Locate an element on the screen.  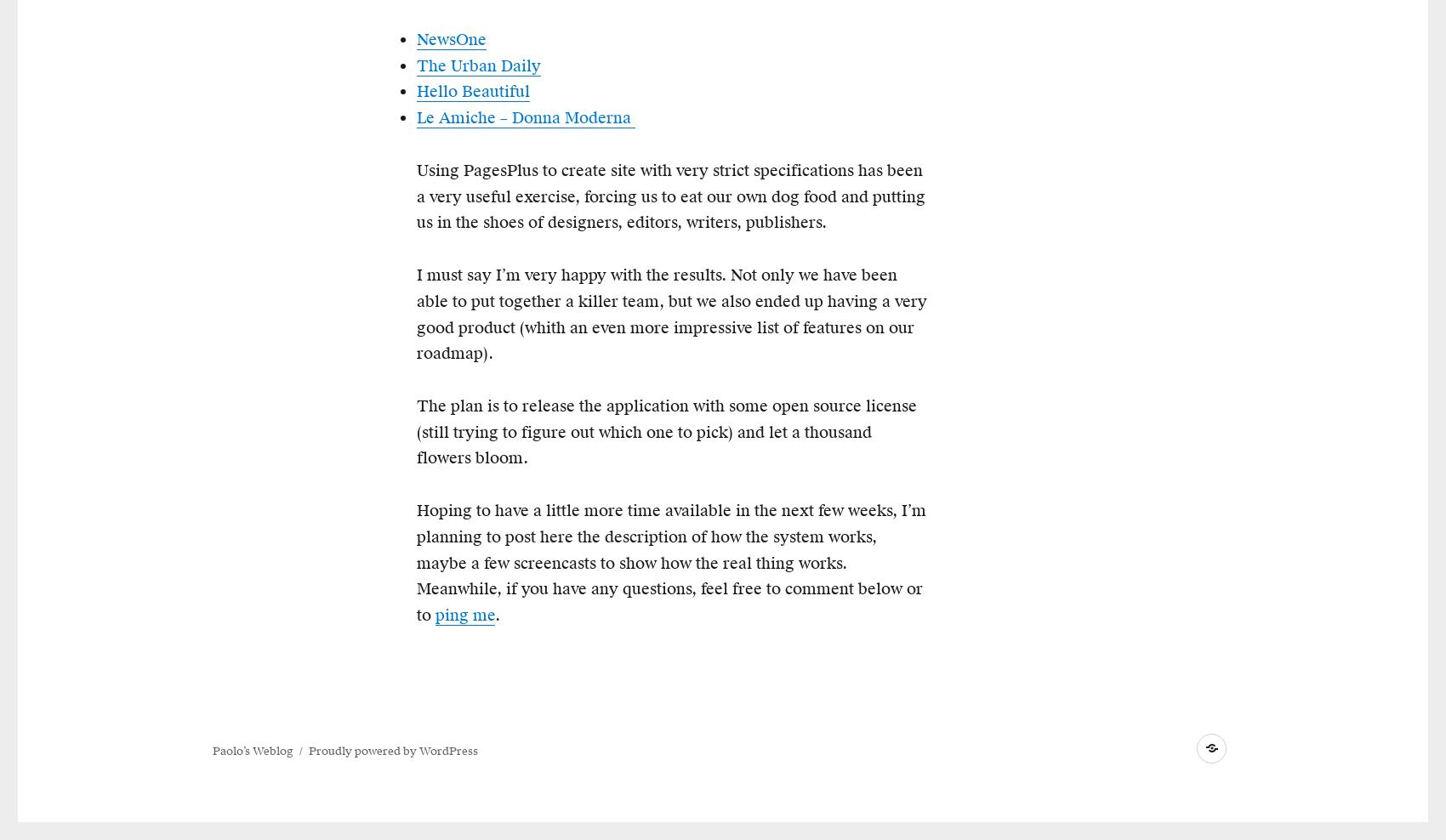
'Hello Beautiful' is located at coordinates (472, 91).